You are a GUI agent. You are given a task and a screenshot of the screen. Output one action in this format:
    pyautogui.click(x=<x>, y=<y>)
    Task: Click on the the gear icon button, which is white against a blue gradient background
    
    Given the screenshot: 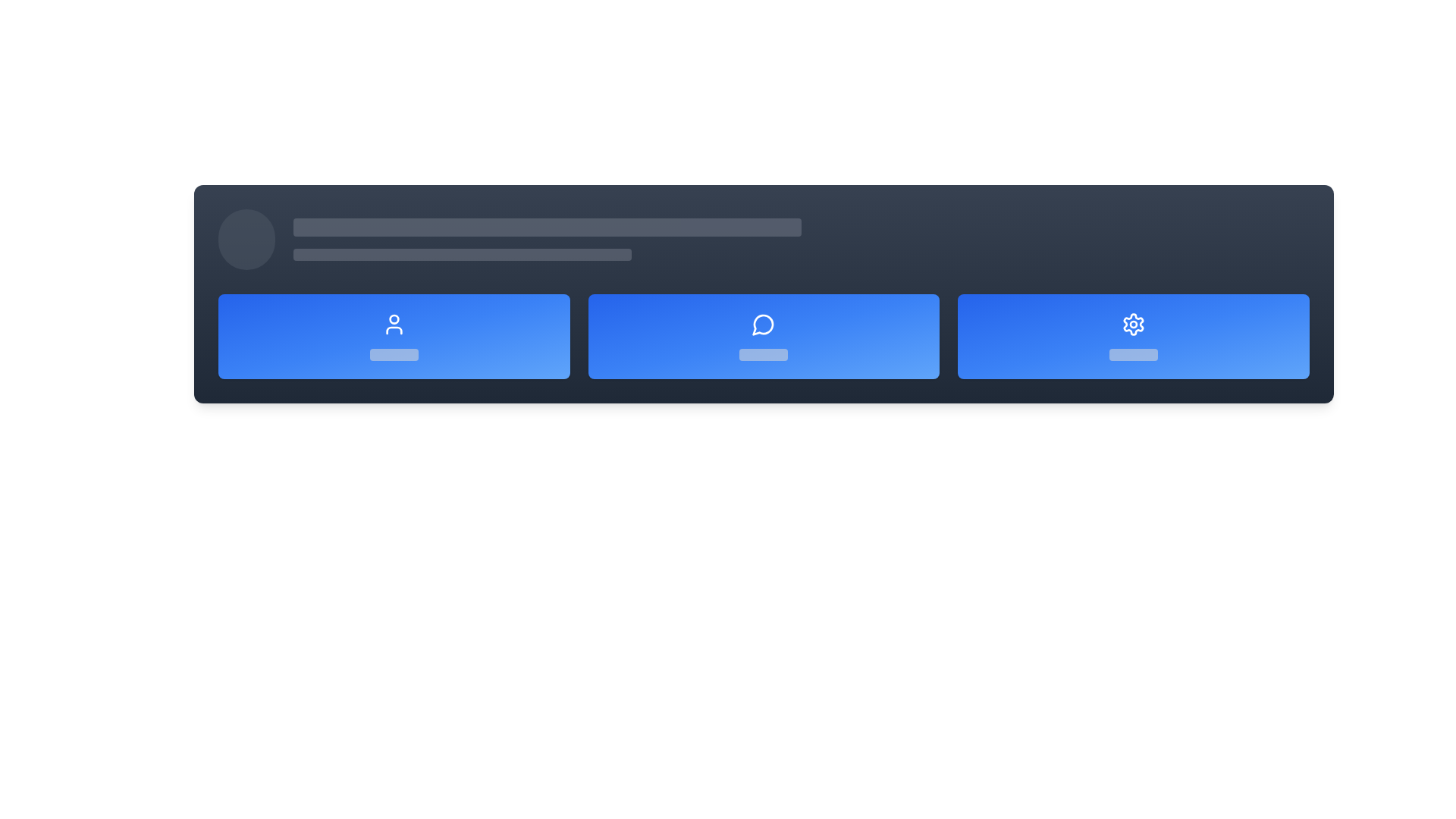 What is the action you would take?
    pyautogui.click(x=1134, y=324)
    